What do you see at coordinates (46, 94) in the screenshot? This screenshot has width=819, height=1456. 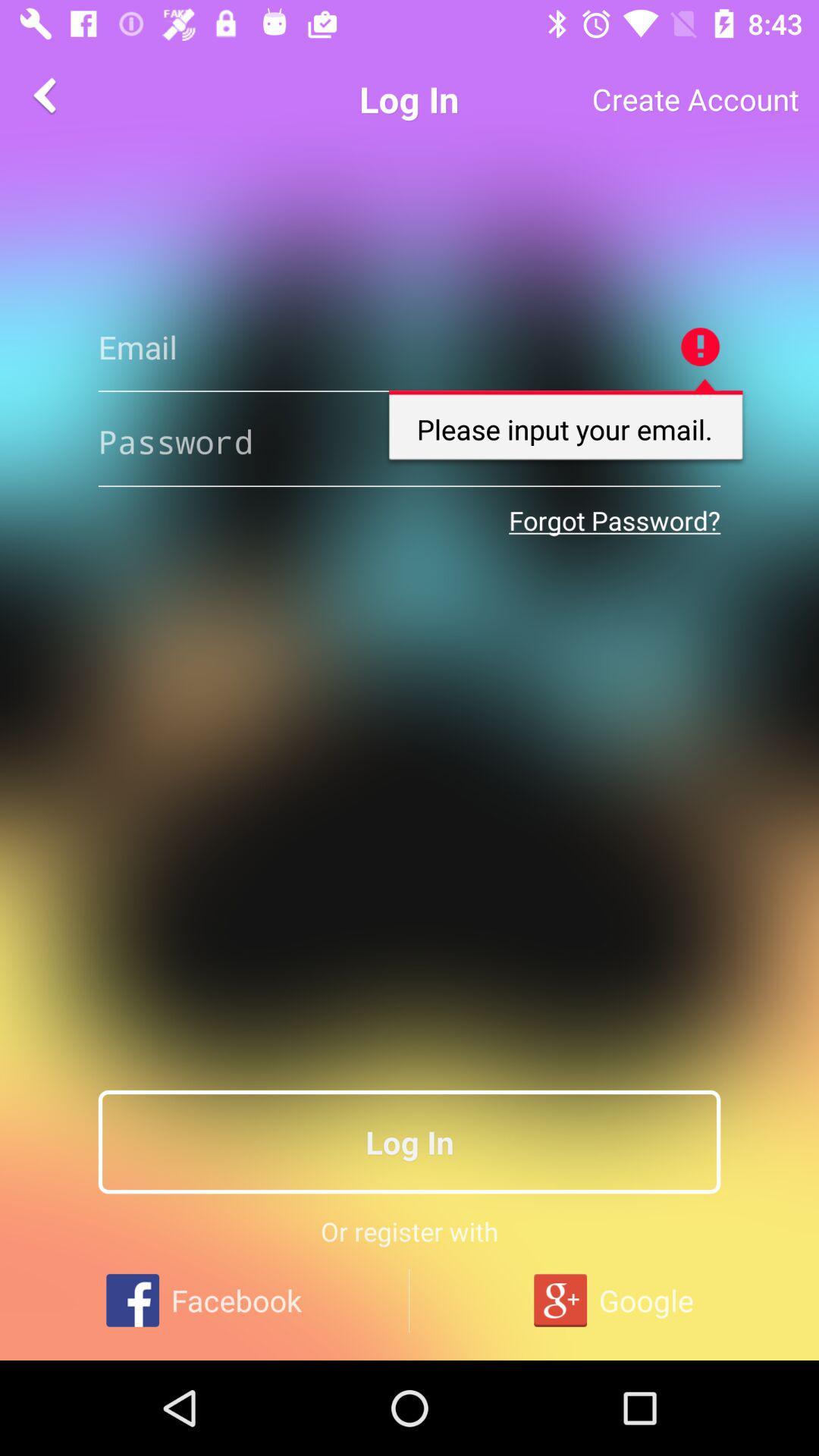 I see `previous` at bounding box center [46, 94].